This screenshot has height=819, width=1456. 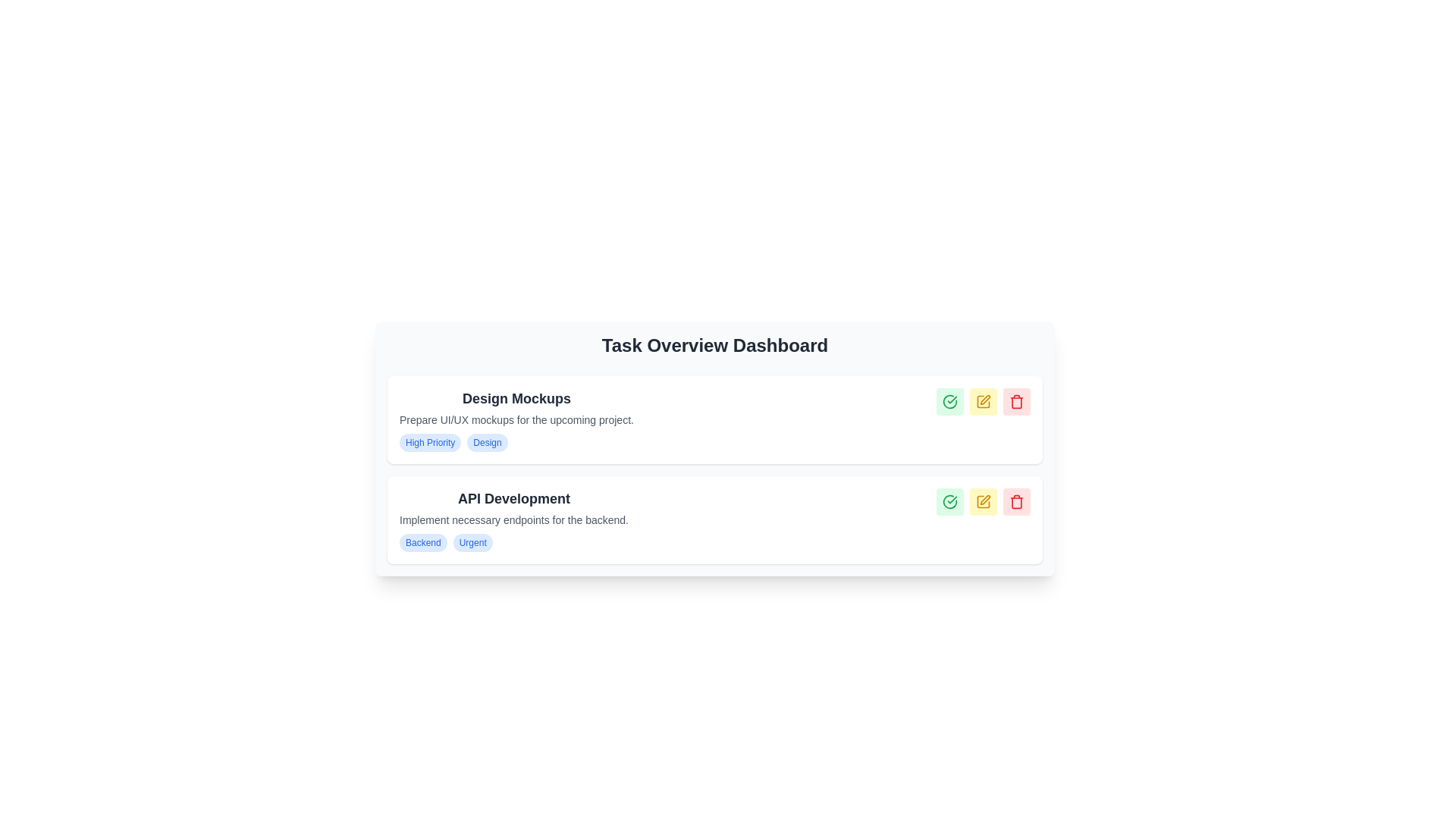 I want to click on the Trash Bin icon, which is the last icon in the group of three icons (Trash Bin, Check Mark, Pencil) located on the right-hand side of the 'API Development' task entry, so click(x=1016, y=503).